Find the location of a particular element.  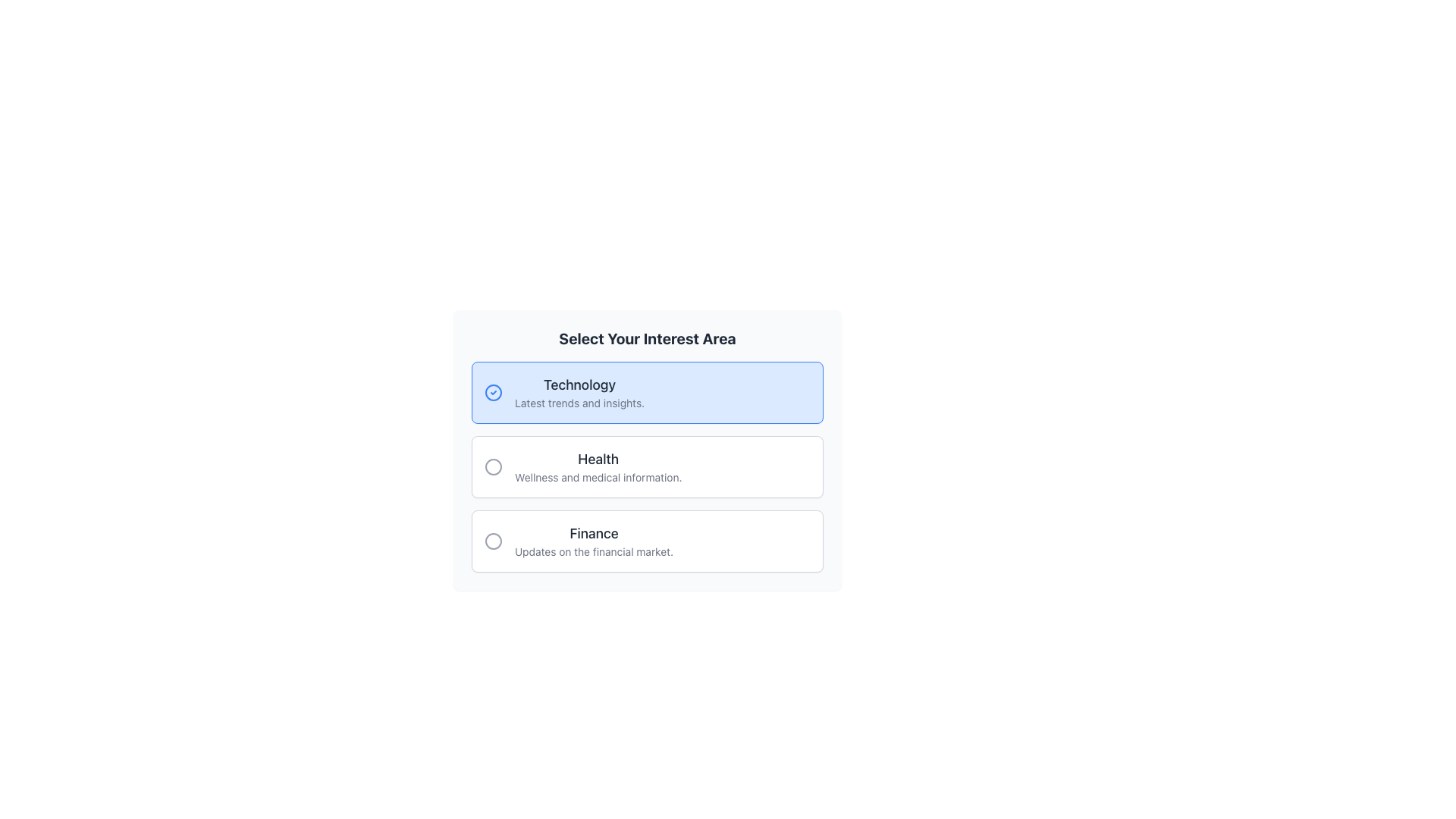

the interactive blue circular icon with a checkmark is located at coordinates (494, 391).